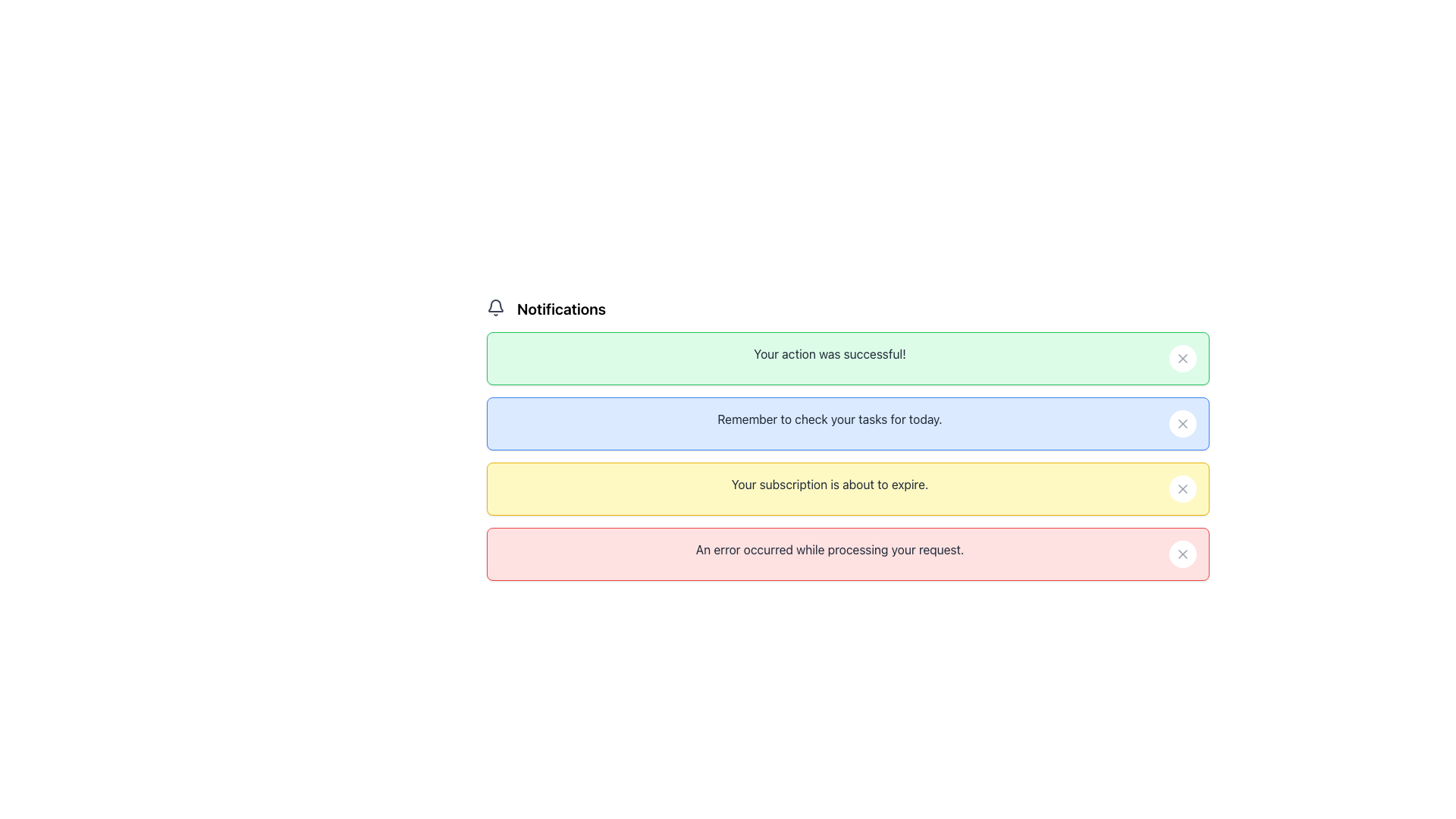 This screenshot has height=819, width=1456. I want to click on the circular button with a gray cross icon in the upper-right corner of the yellow notification box labeled 'Your subscription is about to expire.' to observe the styling change, so click(1182, 488).